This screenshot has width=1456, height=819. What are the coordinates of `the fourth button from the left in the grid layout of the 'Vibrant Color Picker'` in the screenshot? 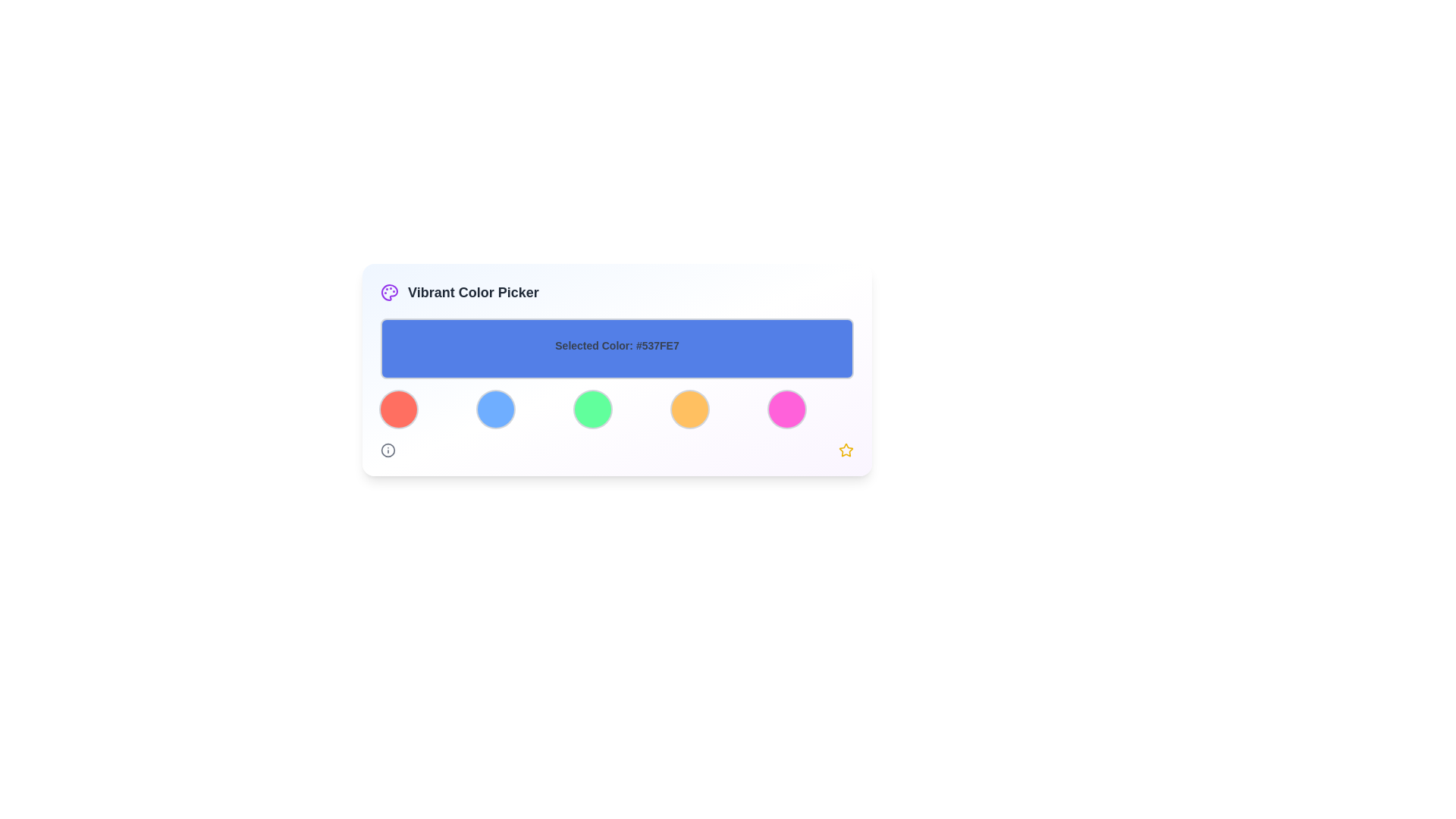 It's located at (689, 409).